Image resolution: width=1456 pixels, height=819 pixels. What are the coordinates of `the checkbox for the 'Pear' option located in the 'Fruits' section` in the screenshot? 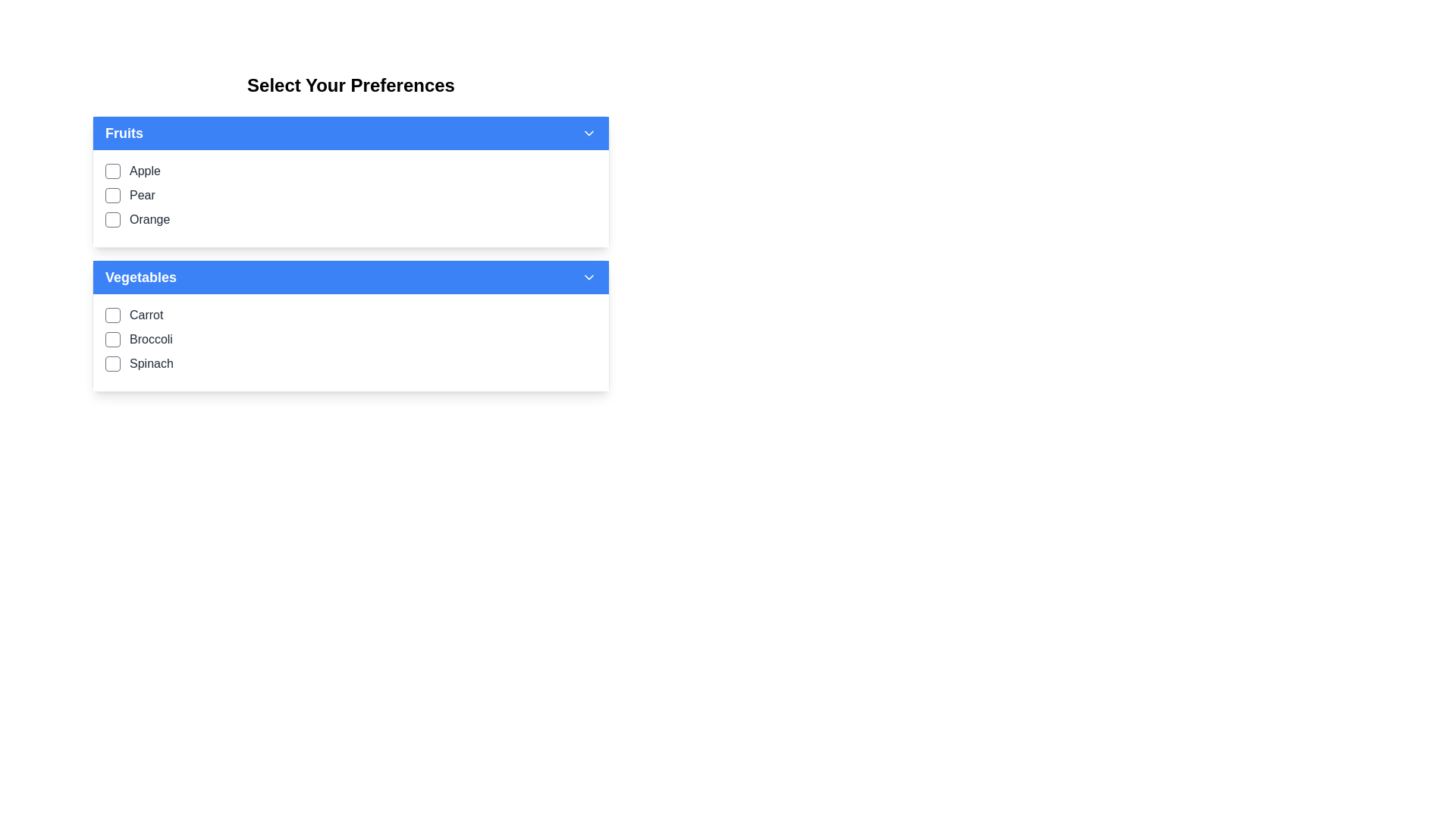 It's located at (350, 195).